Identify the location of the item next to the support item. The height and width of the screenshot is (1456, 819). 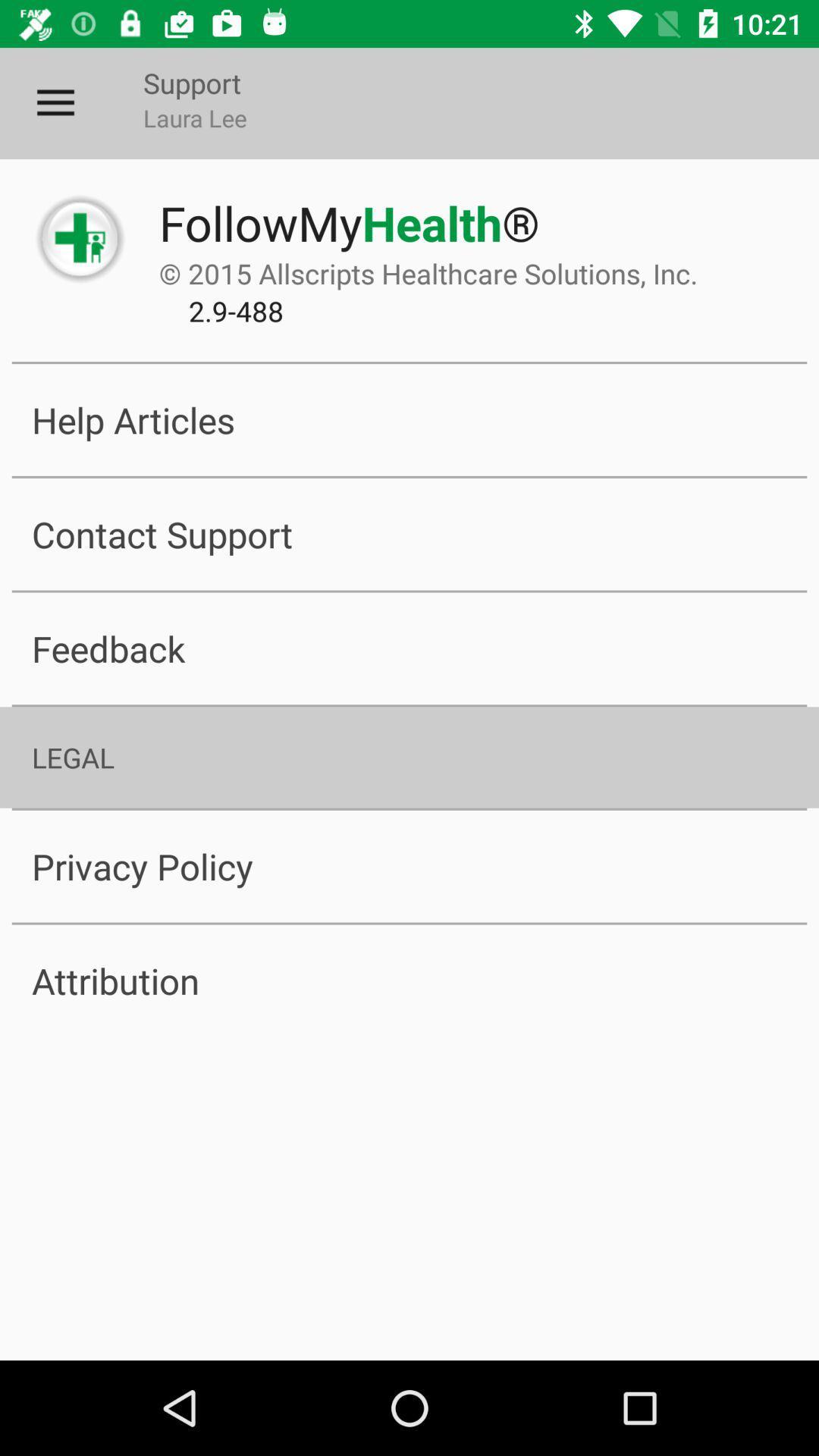
(55, 102).